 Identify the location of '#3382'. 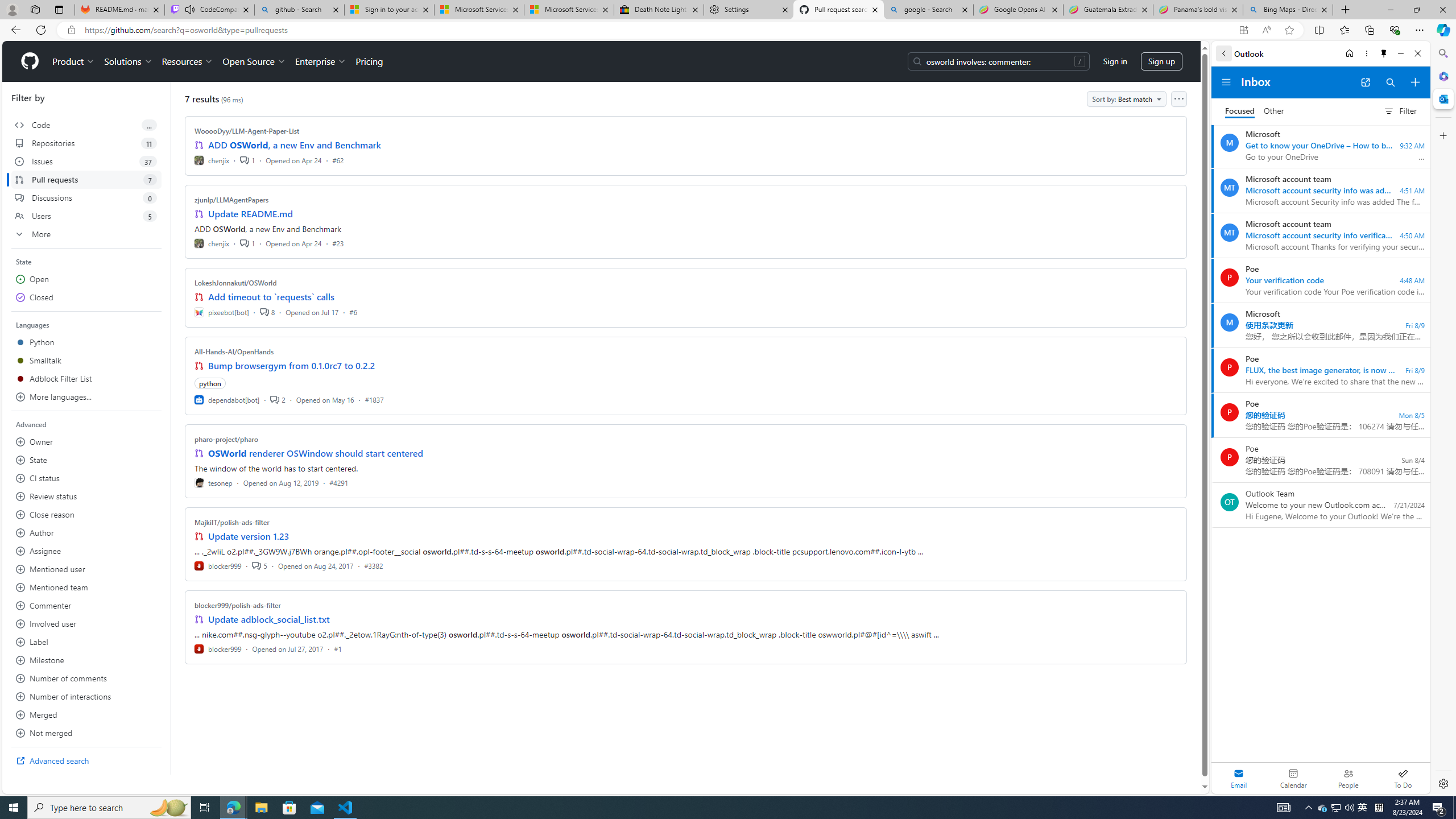
(373, 565).